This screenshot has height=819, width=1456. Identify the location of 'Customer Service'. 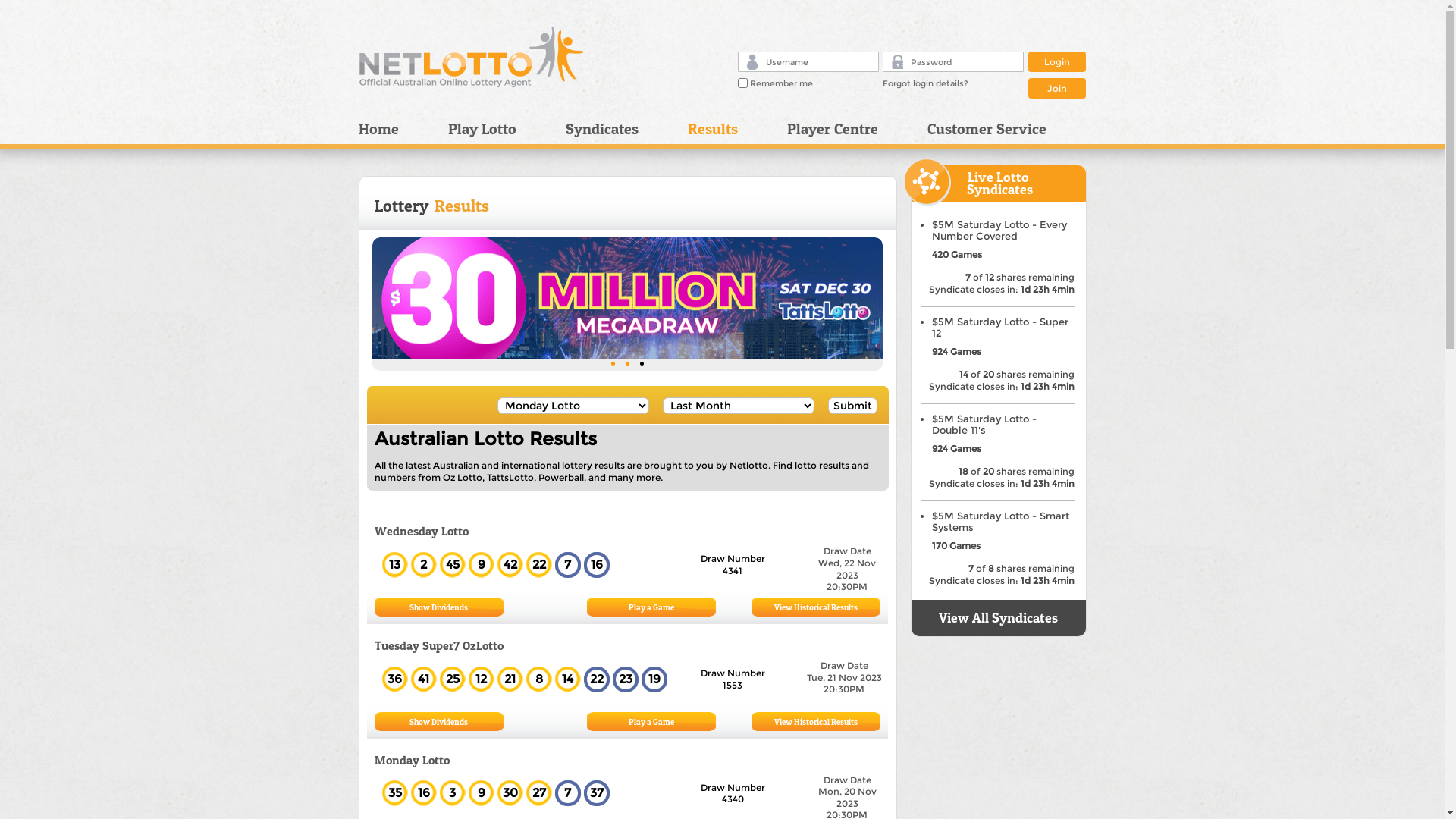
(981, 127).